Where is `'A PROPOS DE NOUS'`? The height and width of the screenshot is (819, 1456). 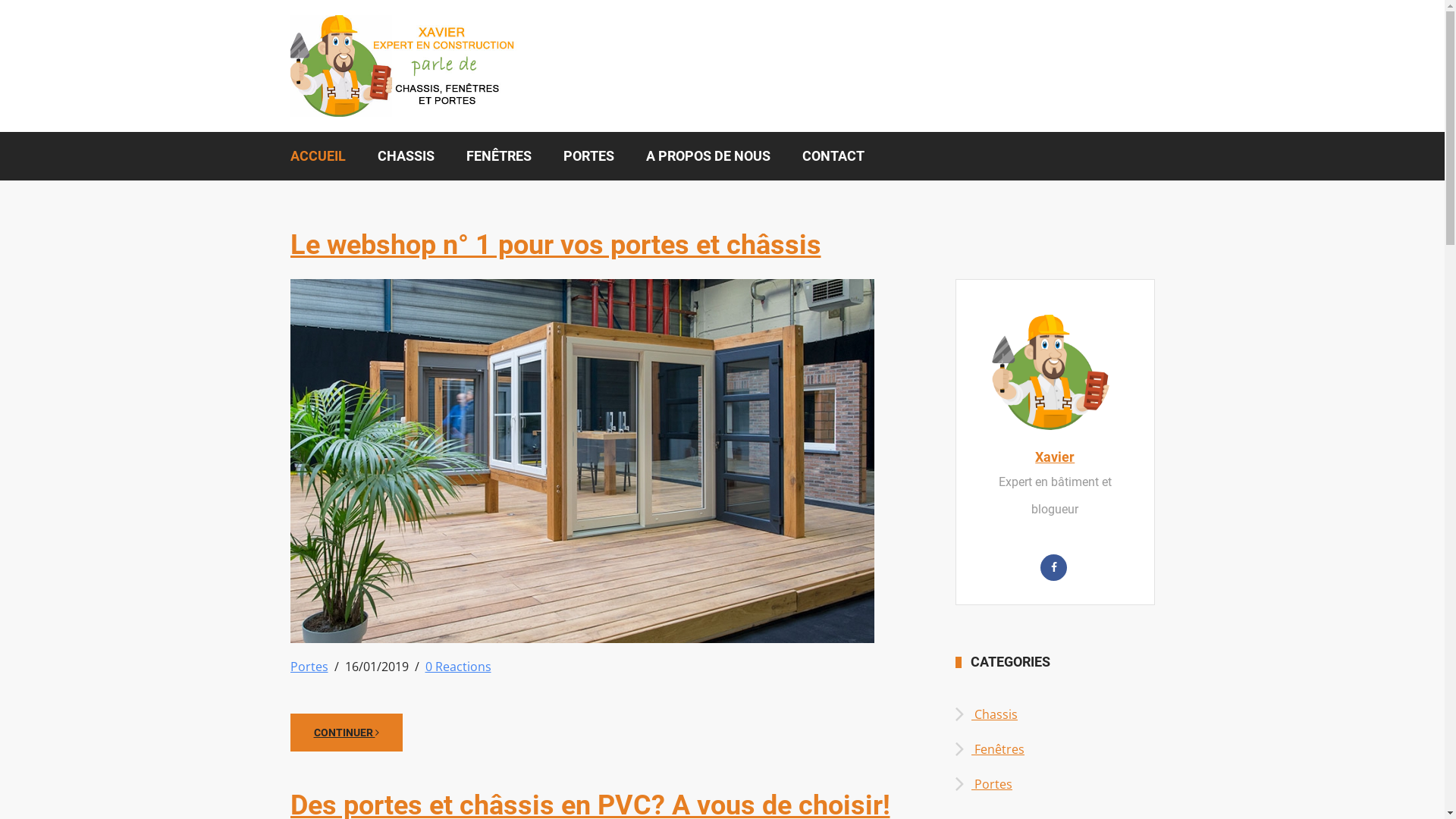
'A PROPOS DE NOUS' is located at coordinates (706, 155).